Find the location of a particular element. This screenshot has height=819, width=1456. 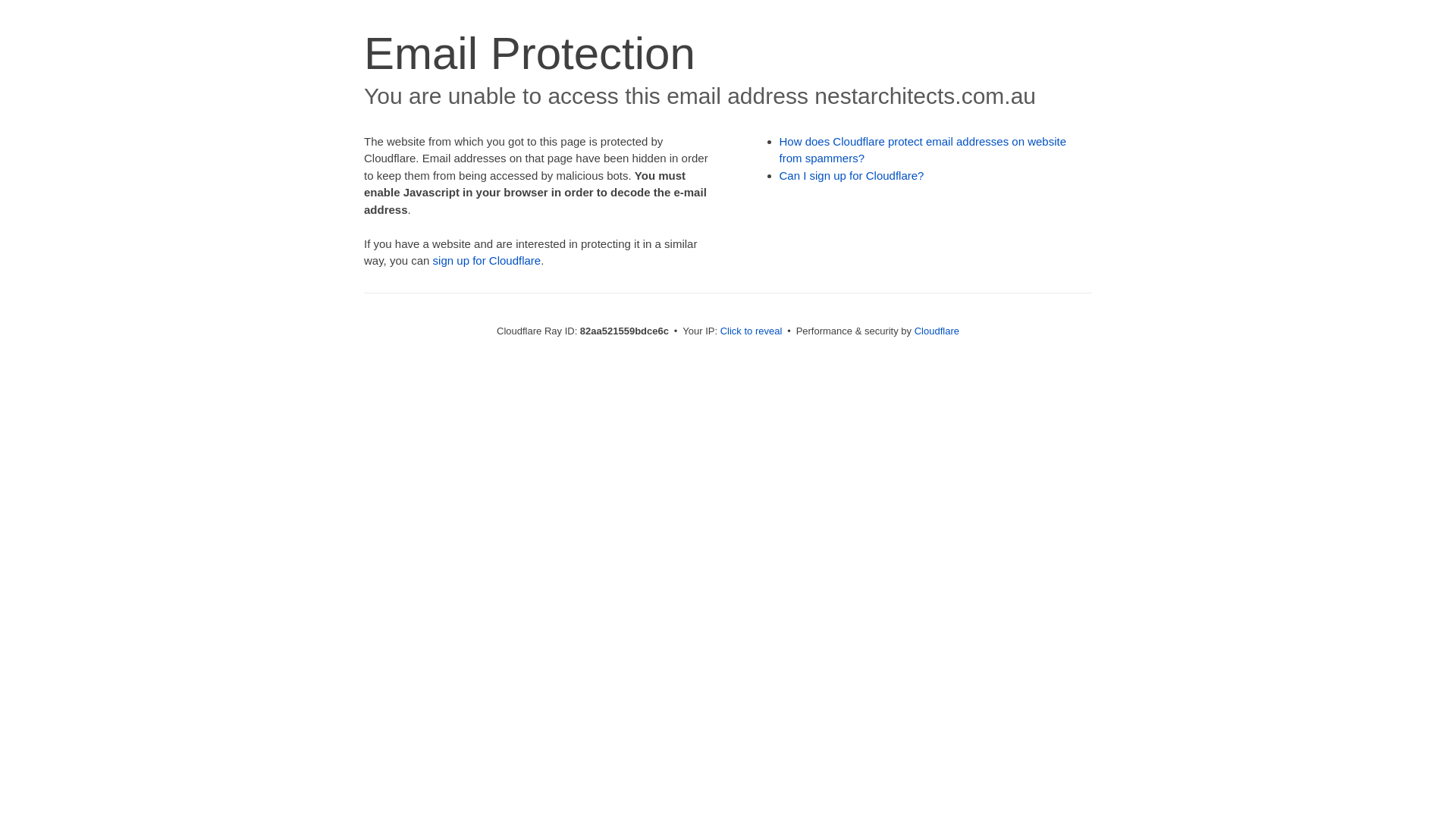

'Cloudflare' is located at coordinates (936, 330).